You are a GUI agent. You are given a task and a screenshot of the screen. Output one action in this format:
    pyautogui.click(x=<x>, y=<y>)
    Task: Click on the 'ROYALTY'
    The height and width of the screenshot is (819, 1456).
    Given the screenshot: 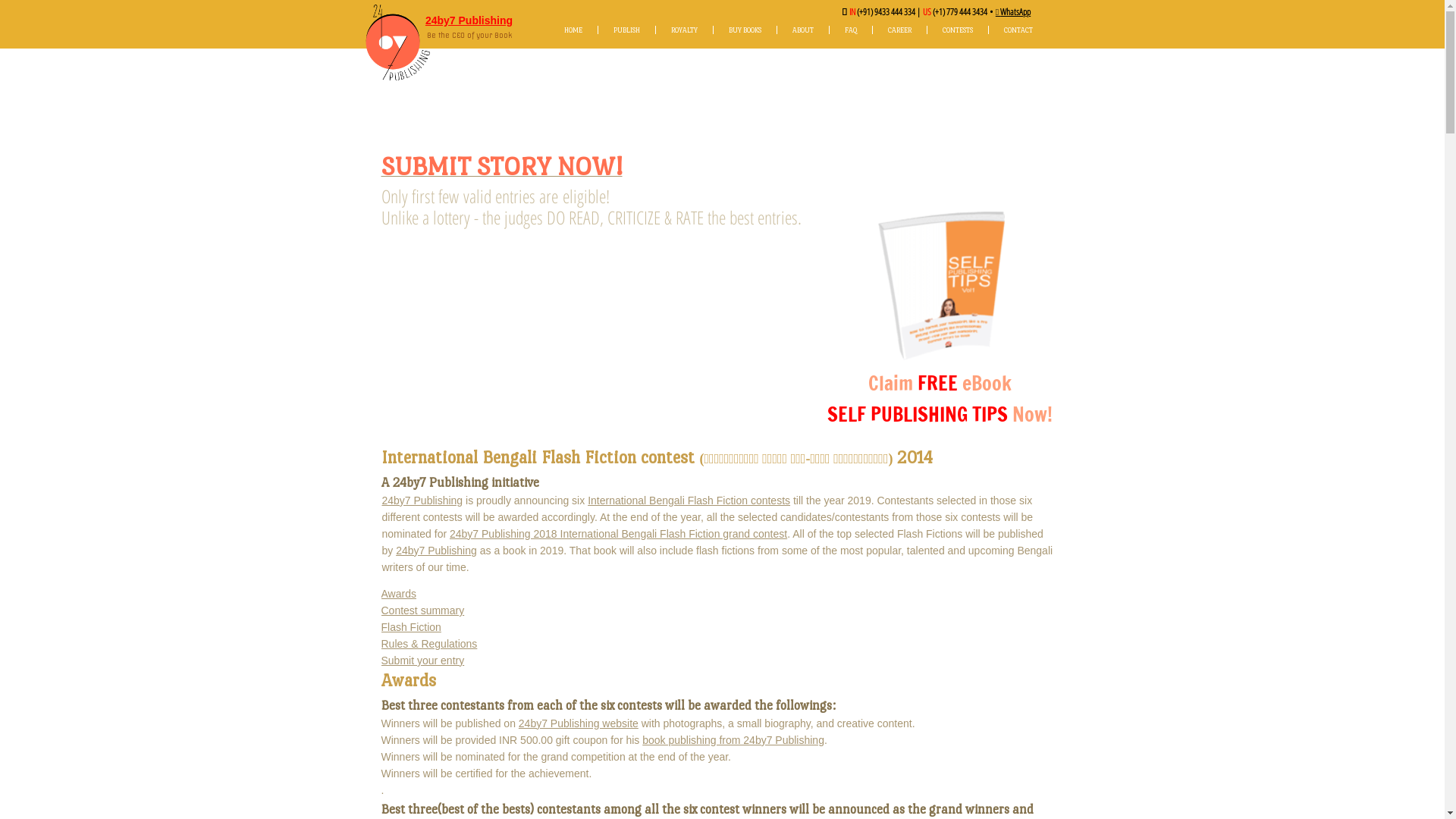 What is the action you would take?
    pyautogui.click(x=683, y=30)
    